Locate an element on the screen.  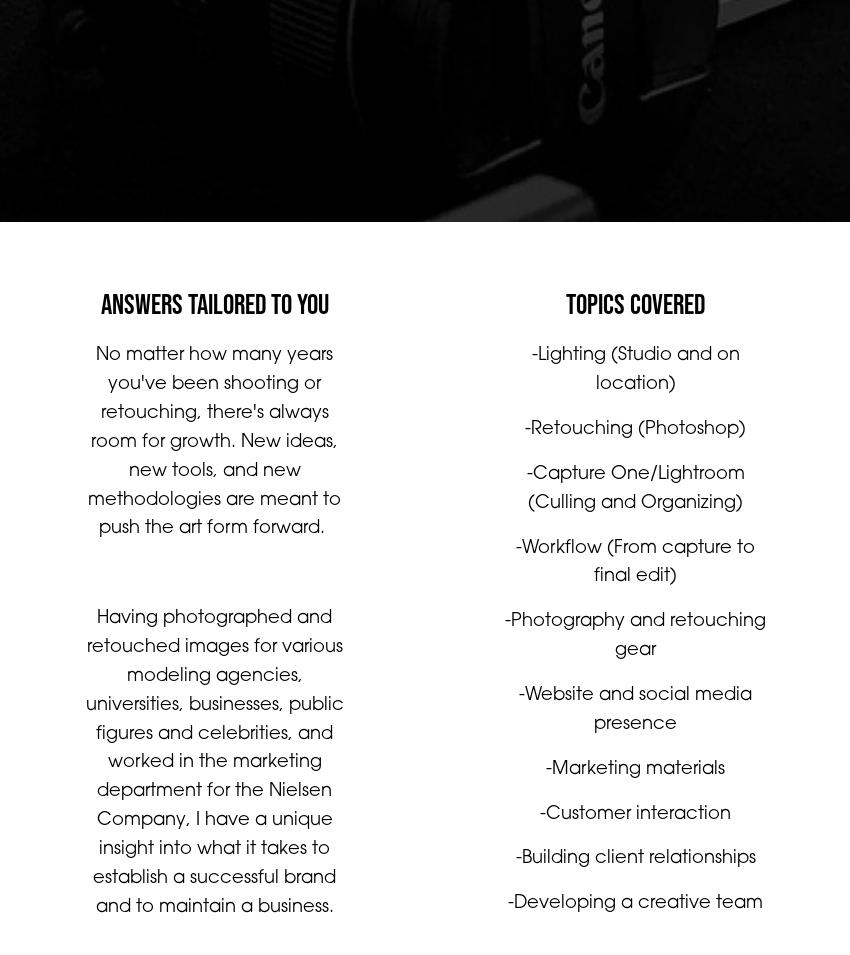
'No matter how many years you've been shooting or retouching, there's always room for growth. New ideas, new tools, and new methodologies are meant to push the art form forward.' is located at coordinates (86, 461).